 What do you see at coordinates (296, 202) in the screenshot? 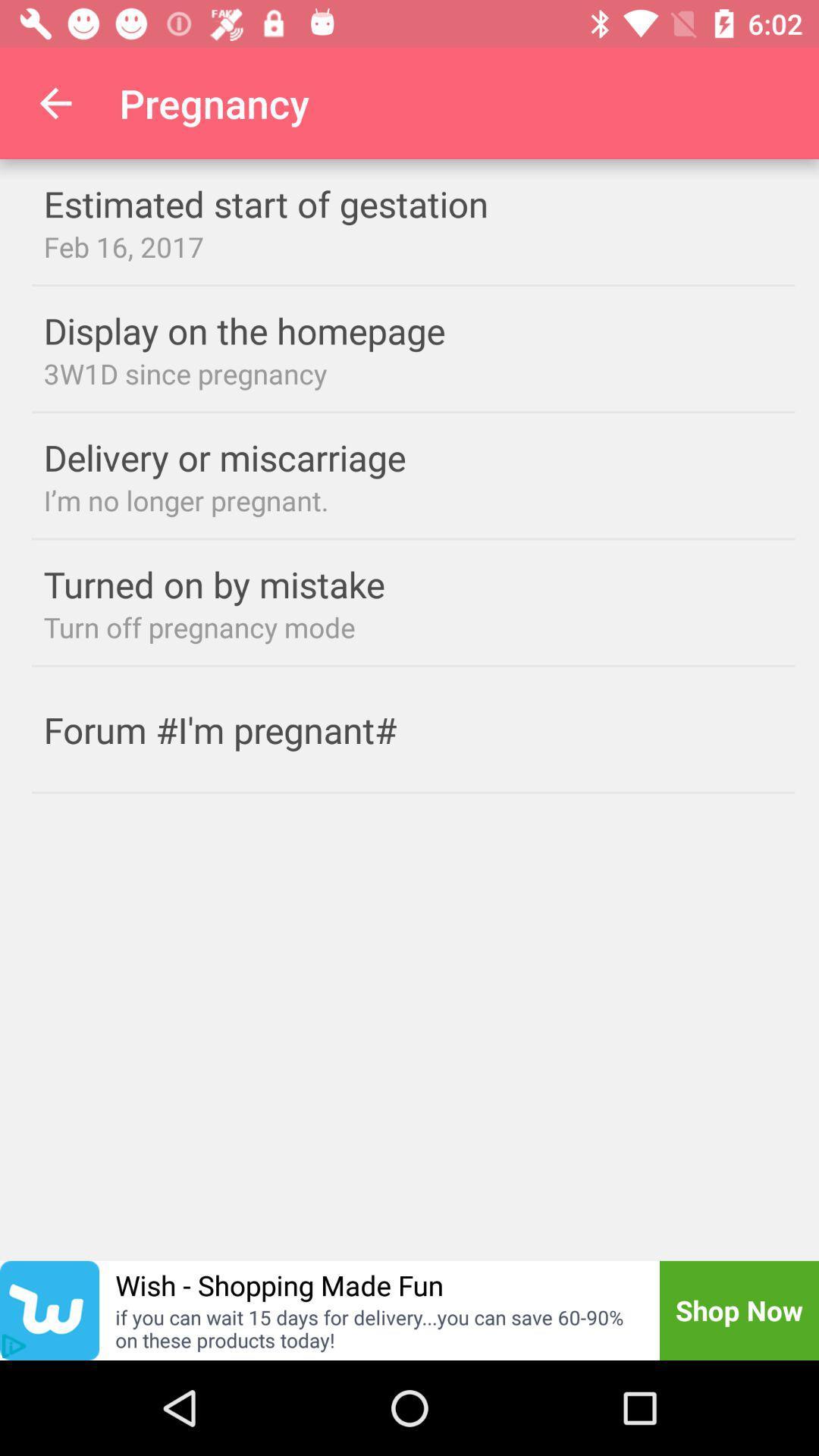
I see `estimated start of` at bounding box center [296, 202].